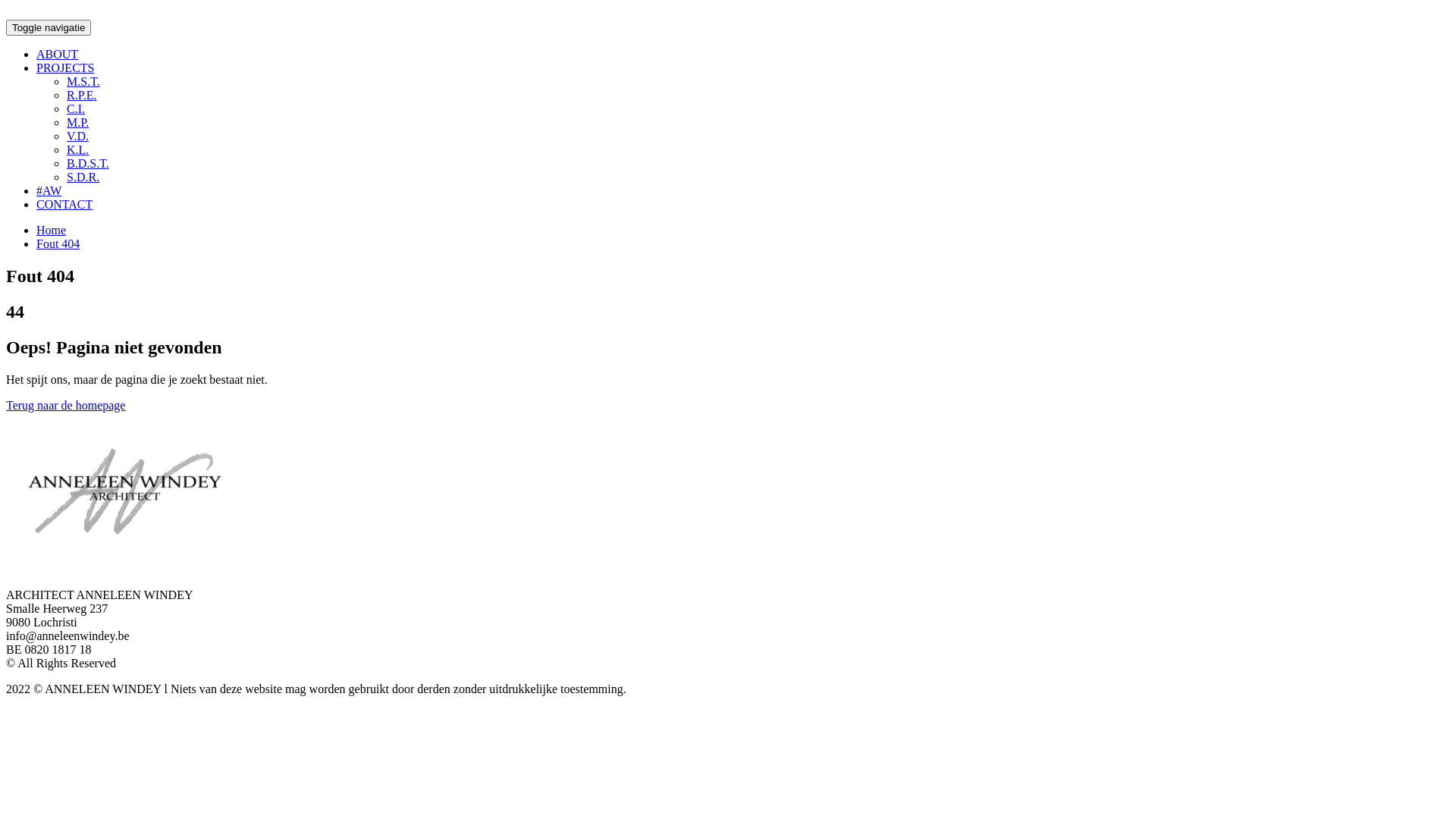 This screenshot has height=819, width=1456. Describe the element at coordinates (65, 95) in the screenshot. I see `'R.P.E.'` at that location.